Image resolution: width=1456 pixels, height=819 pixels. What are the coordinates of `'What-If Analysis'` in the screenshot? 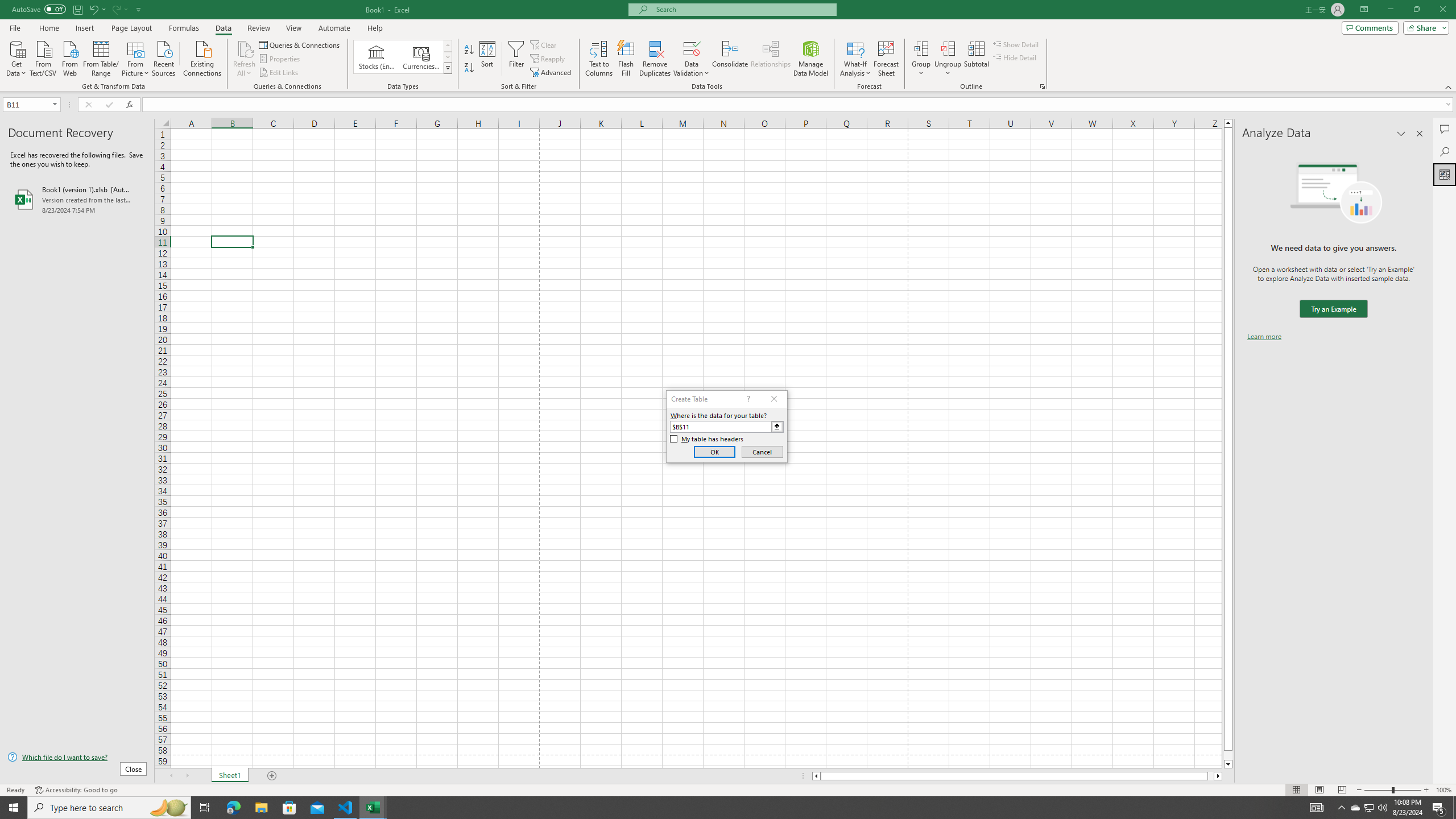 It's located at (855, 59).